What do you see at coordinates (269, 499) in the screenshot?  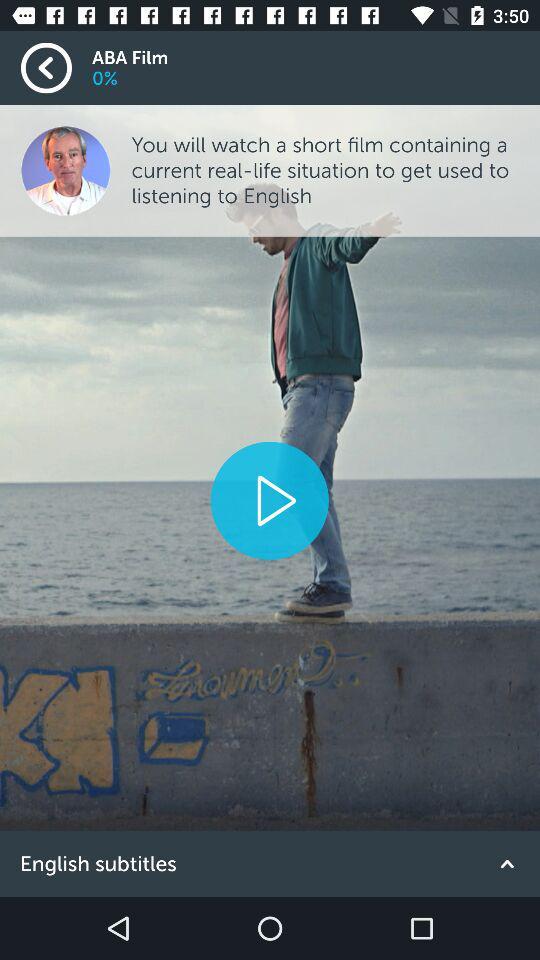 I see `video` at bounding box center [269, 499].